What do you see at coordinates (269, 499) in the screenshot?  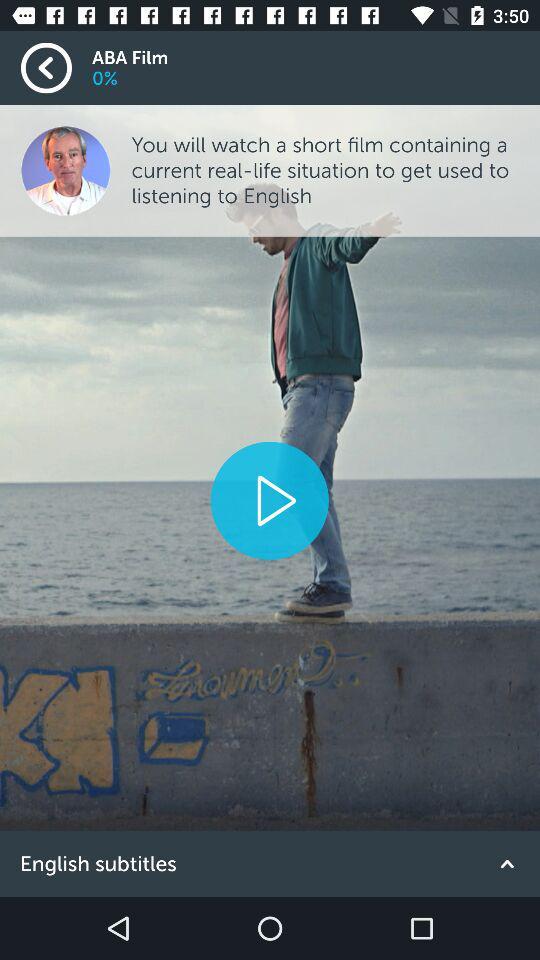 I see `video` at bounding box center [269, 499].